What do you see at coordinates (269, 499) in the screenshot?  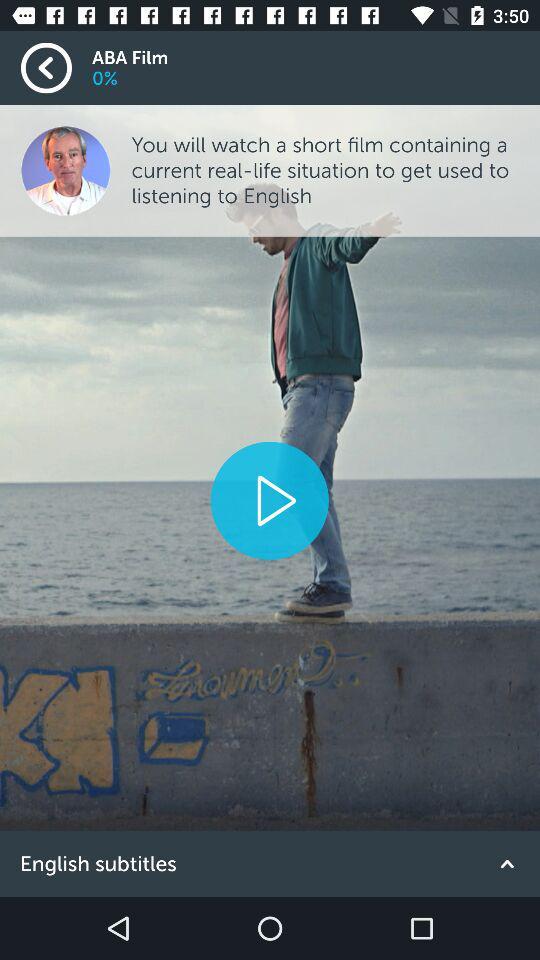 I see `video` at bounding box center [269, 499].